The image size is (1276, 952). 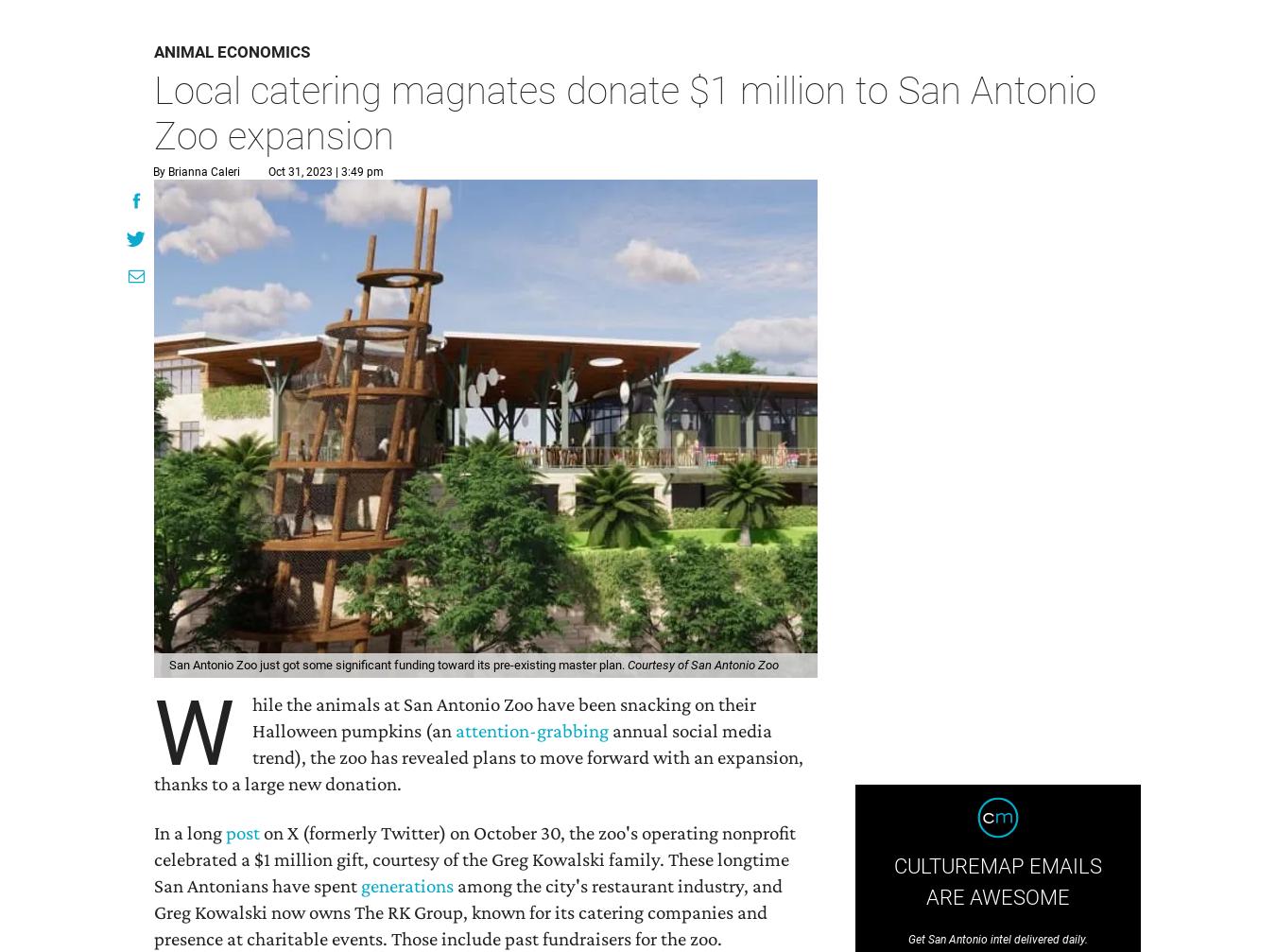 What do you see at coordinates (477, 754) in the screenshot?
I see `'annual social media trend), the zoo has revealed plans to move forward with an expansion, thanks to a large new donation.'` at bounding box center [477, 754].